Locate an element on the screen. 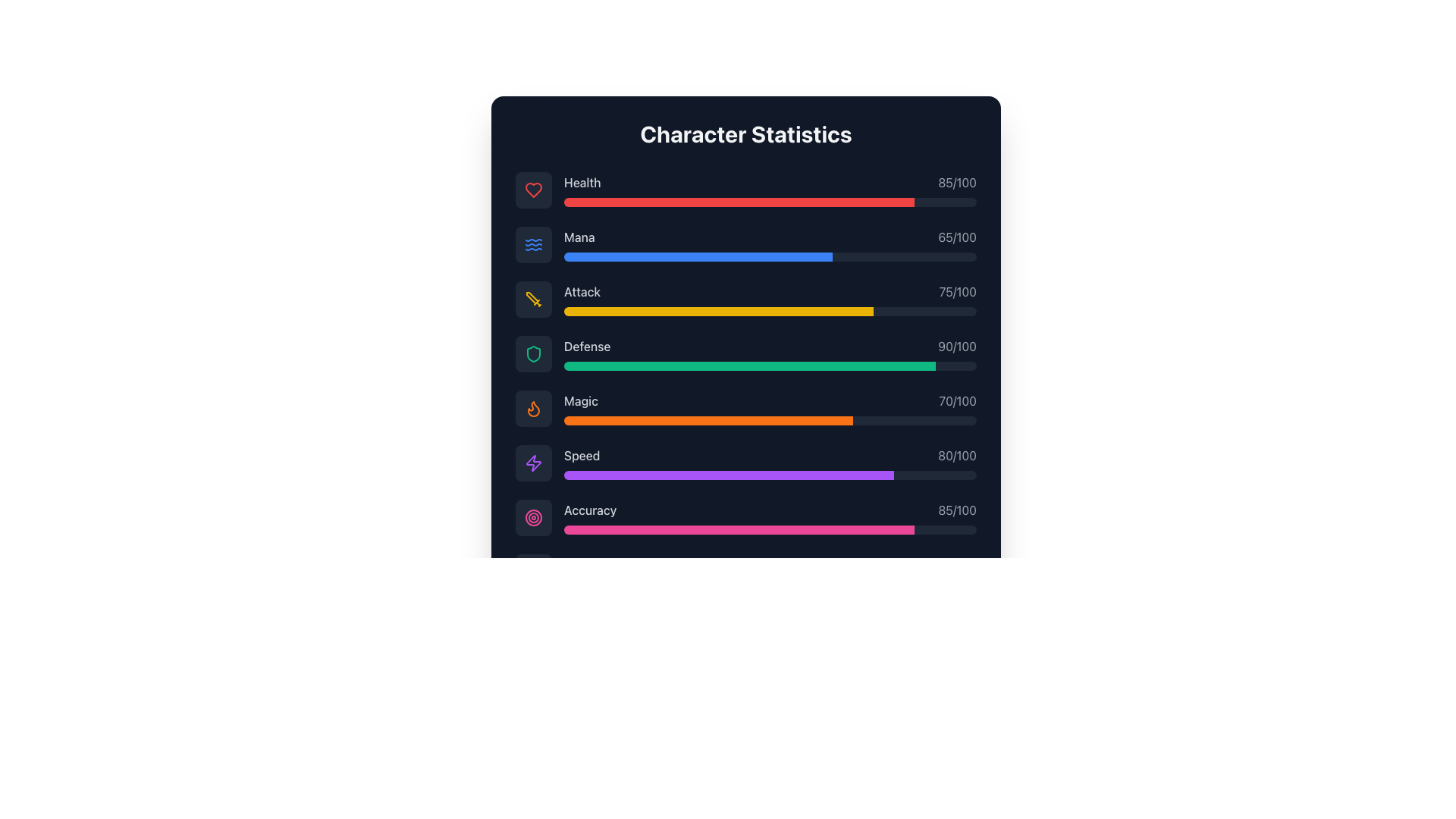 Image resolution: width=1456 pixels, height=819 pixels. the 'Accuracy' text label, which displays '85/100' in a light gray font, positioned at the bottom of a list of statistics is located at coordinates (589, 510).